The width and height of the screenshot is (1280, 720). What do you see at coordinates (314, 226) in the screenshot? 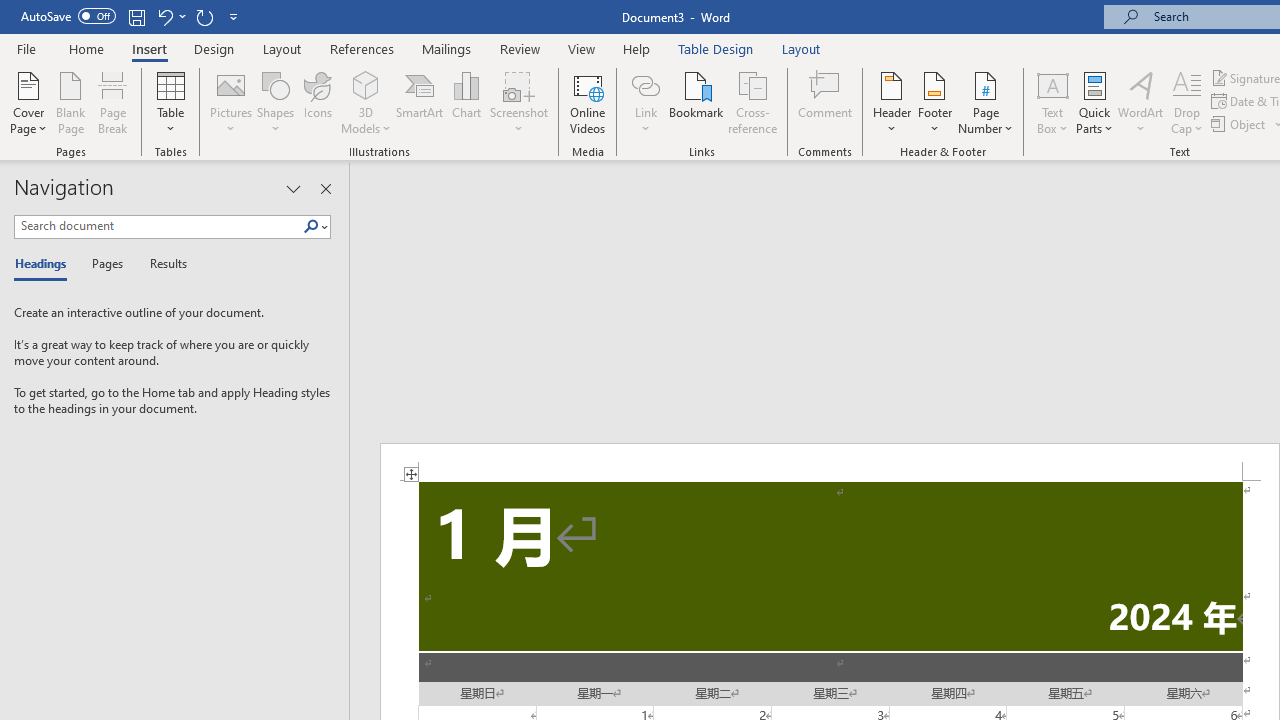
I see `'Search'` at bounding box center [314, 226].